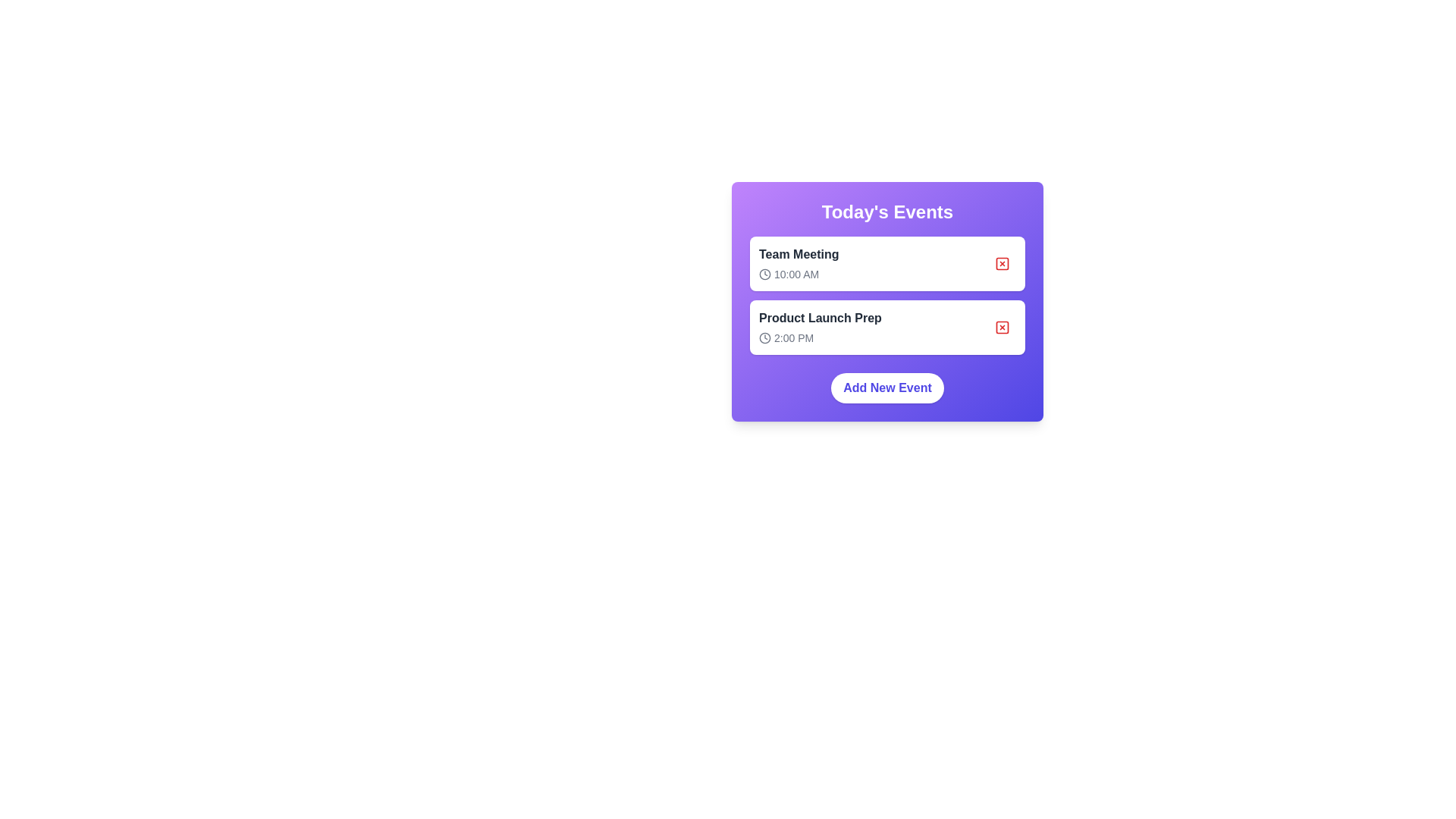 The image size is (1456, 819). What do you see at coordinates (887, 388) in the screenshot?
I see `the button for adding a new event located at the bottom center of the purple rounded rectangular card below the 'Product Launch Prep' section` at bounding box center [887, 388].